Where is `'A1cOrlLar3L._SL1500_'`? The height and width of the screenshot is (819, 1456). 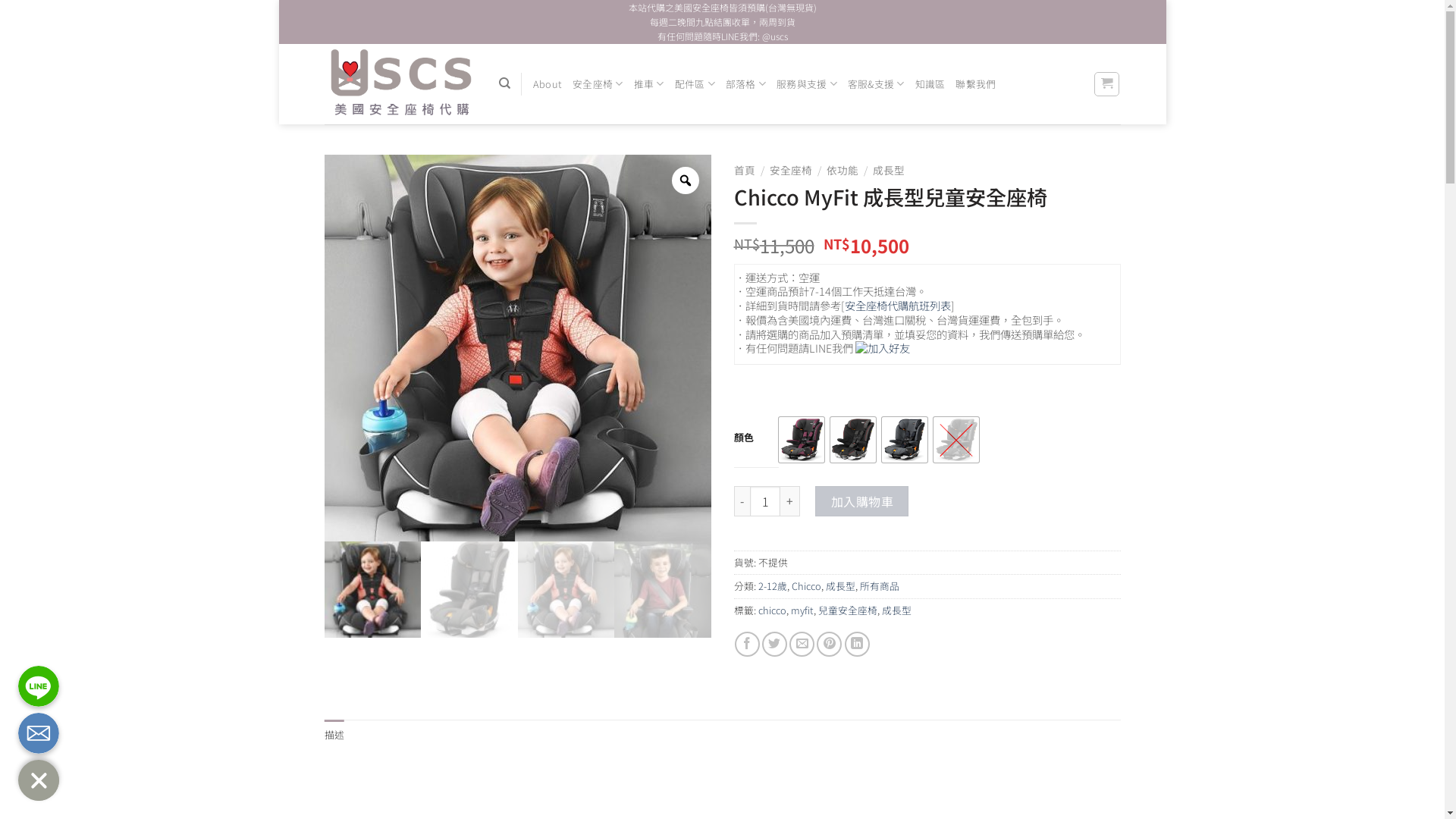 'A1cOrlLar3L._SL1500_' is located at coordinates (662, 589).